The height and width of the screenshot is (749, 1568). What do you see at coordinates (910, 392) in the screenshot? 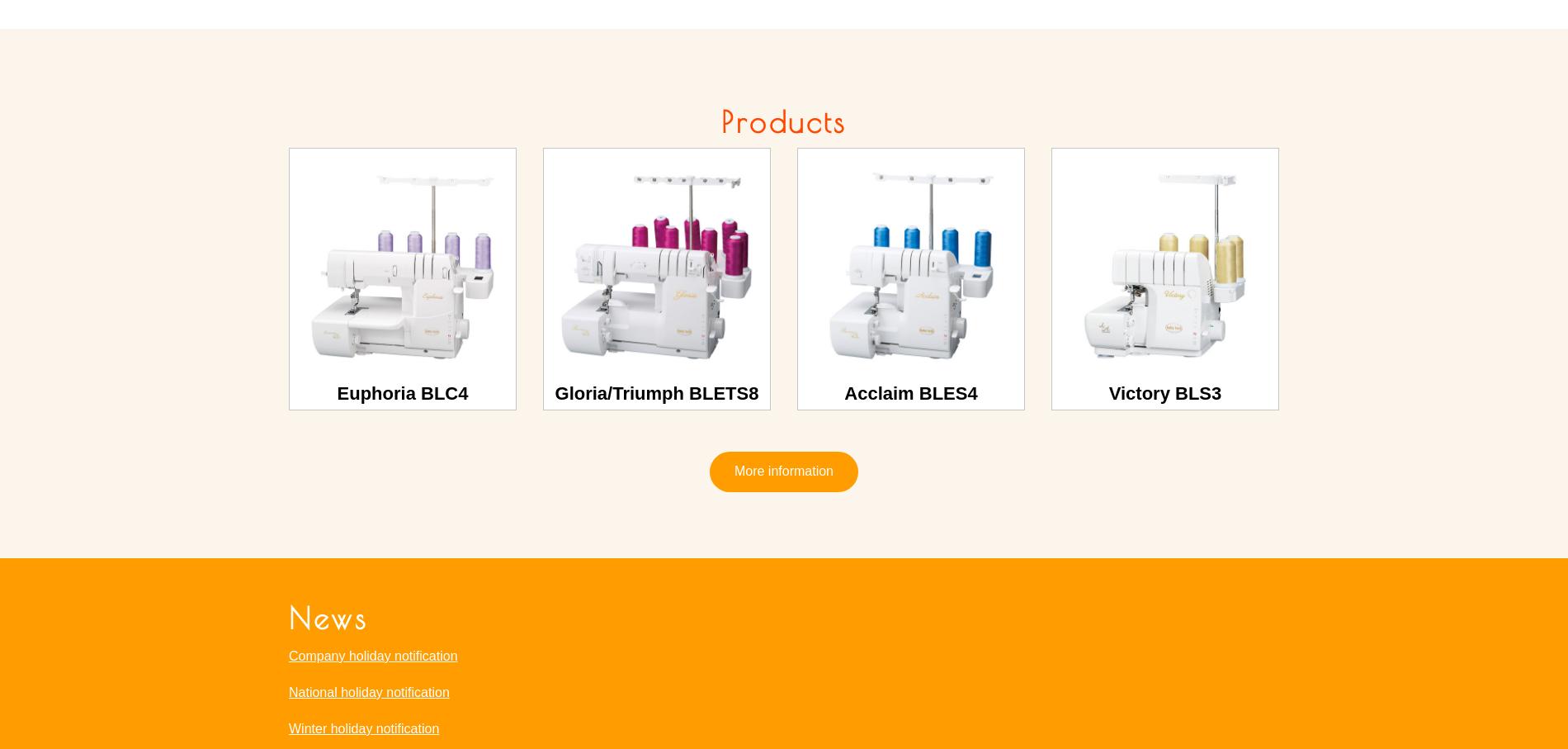
I see `'Acclaim BLES4'` at bounding box center [910, 392].